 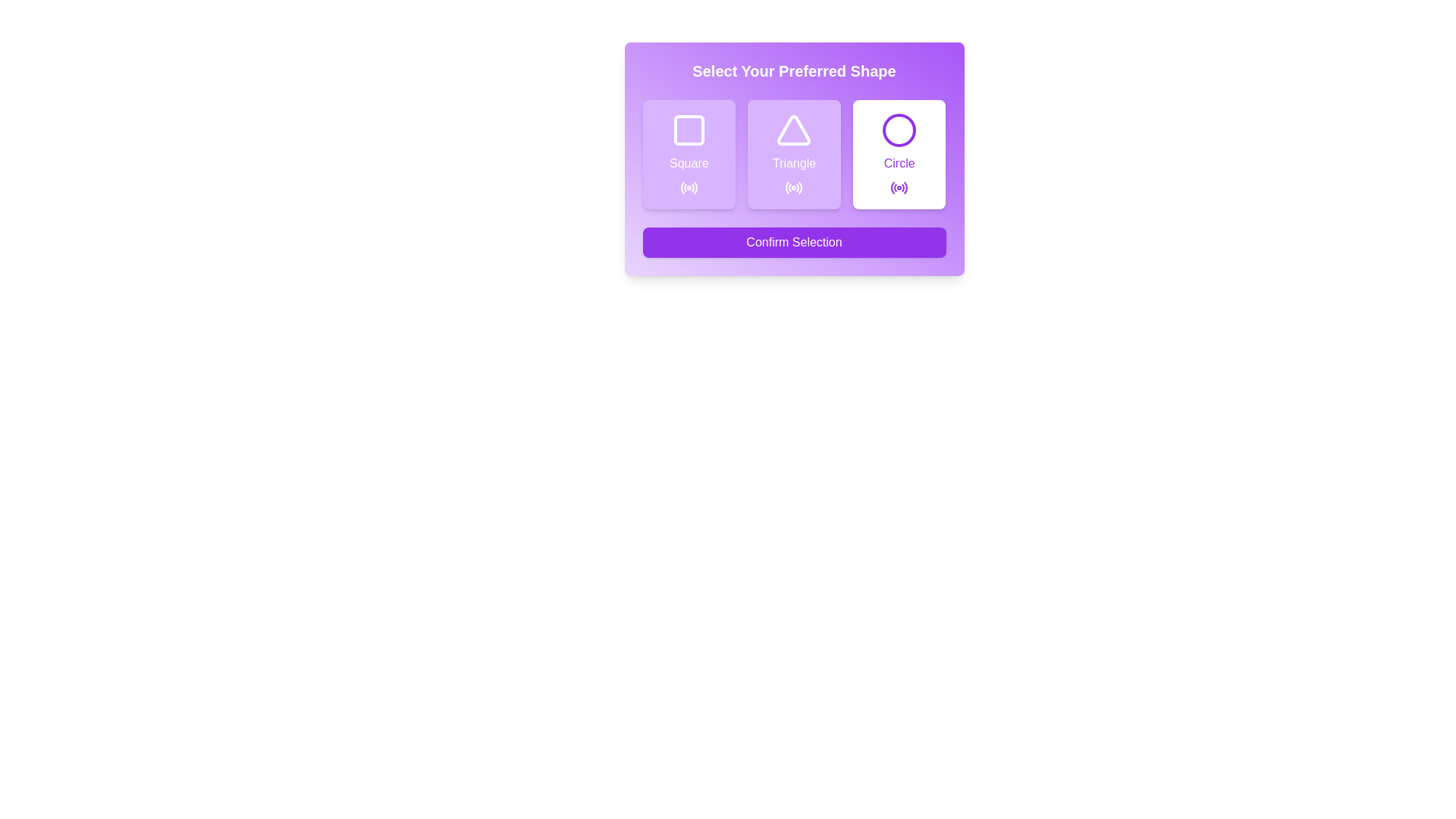 What do you see at coordinates (793, 164) in the screenshot?
I see `the text label that represents the triangular selection option, located in the middle of a three-item selection group within the dialog titled 'Select Your Preferred Shape'` at bounding box center [793, 164].